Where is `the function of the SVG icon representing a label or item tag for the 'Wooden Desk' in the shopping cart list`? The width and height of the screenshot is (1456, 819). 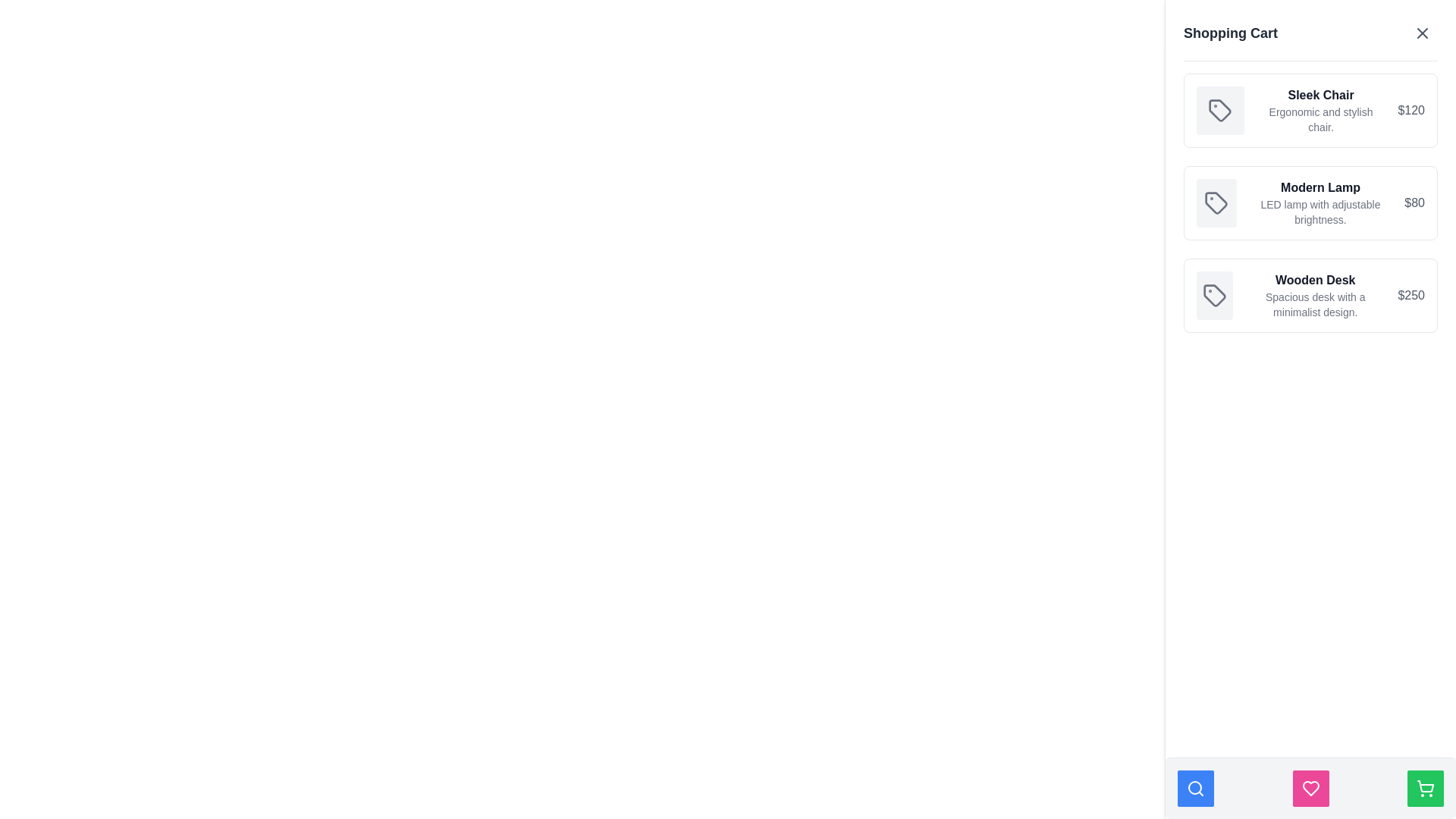 the function of the SVG icon representing a label or item tag for the 'Wooden Desk' in the shopping cart list is located at coordinates (1215, 295).